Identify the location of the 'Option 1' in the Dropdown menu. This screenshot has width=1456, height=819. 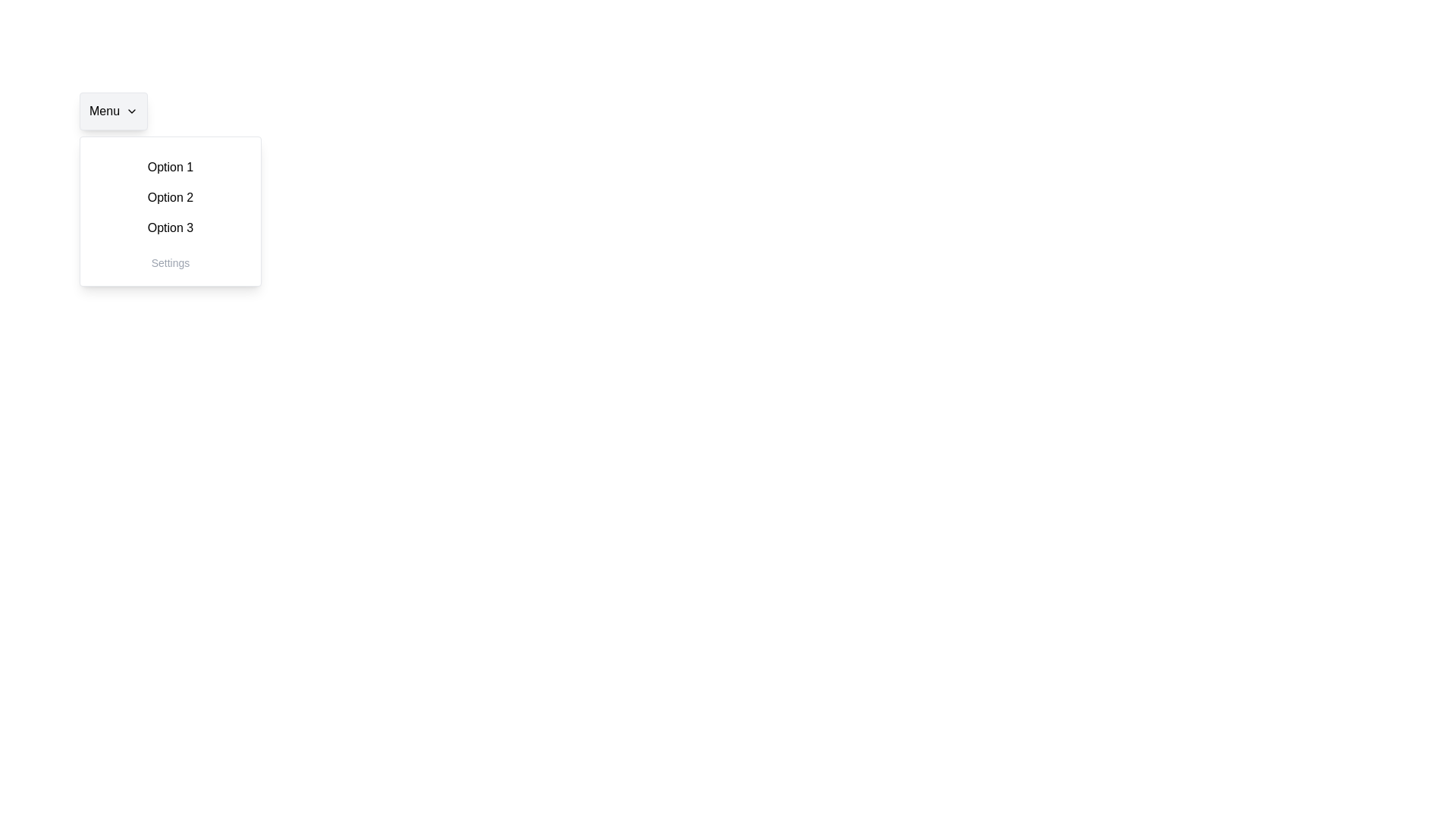
(171, 211).